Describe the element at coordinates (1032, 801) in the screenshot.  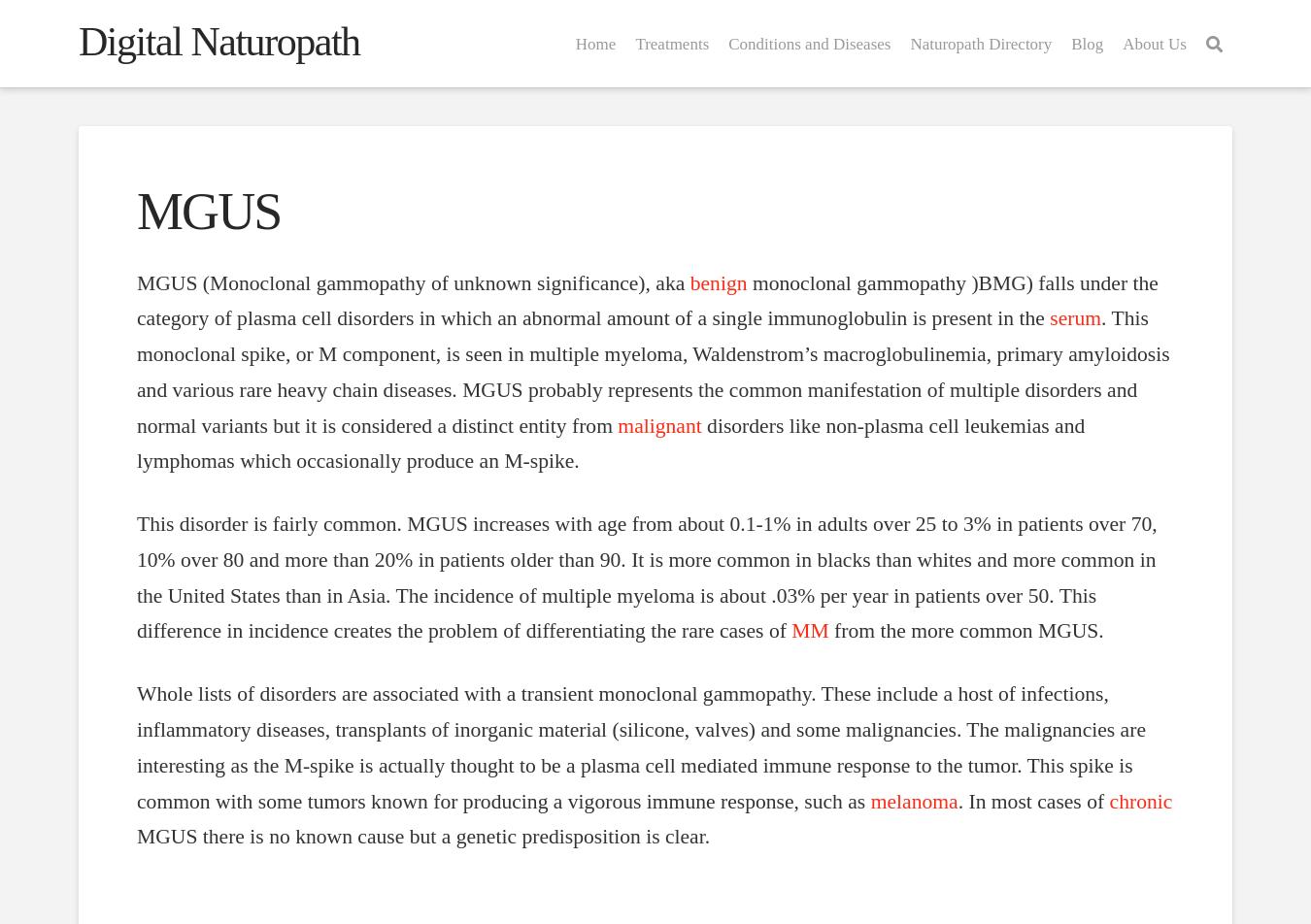
I see `'. In most cases of'` at that location.